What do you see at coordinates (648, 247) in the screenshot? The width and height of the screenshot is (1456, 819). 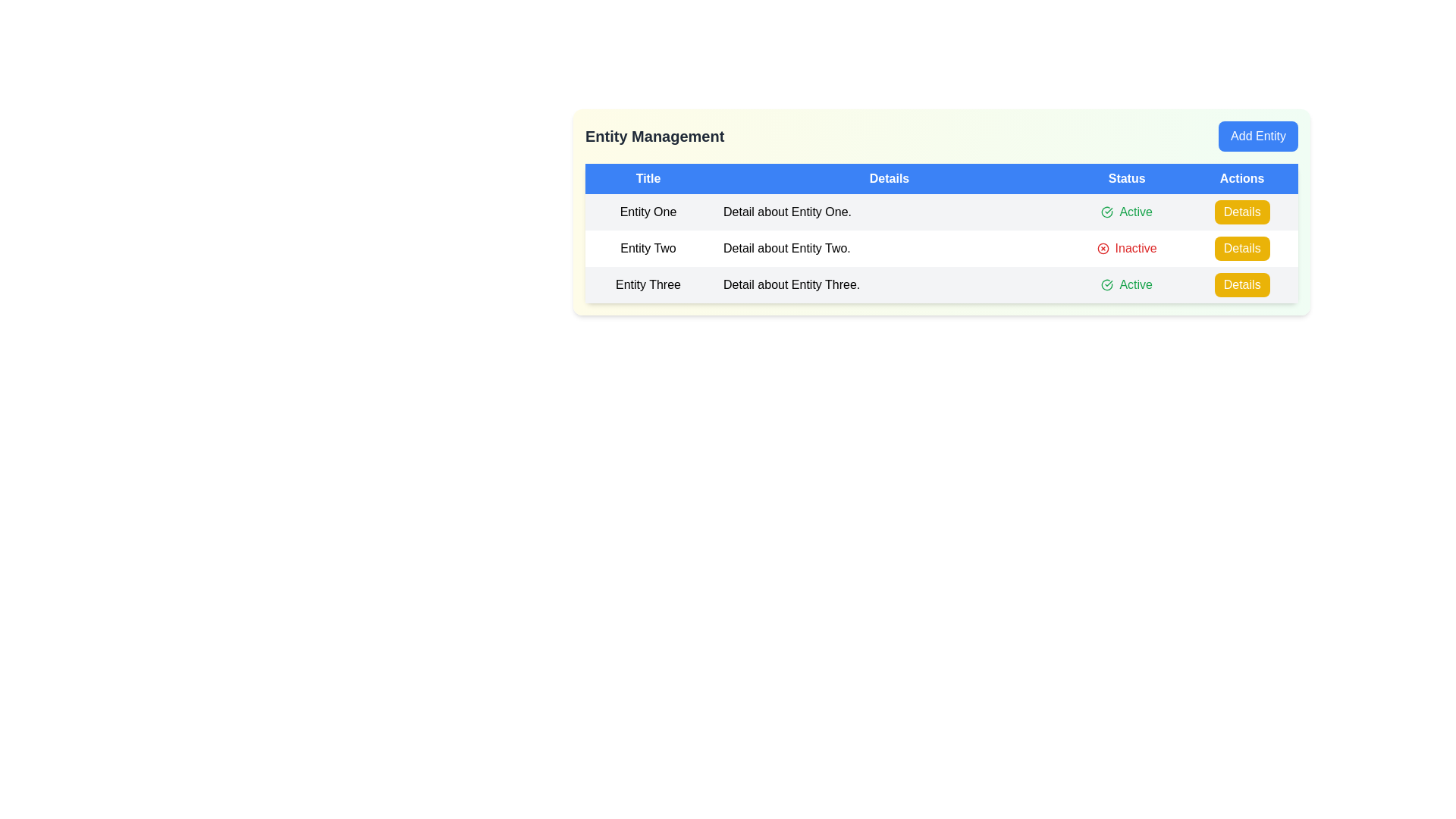 I see `the Text label in the 'Title' column of the second row under 'Entity Management', which identifies the entity's name` at bounding box center [648, 247].